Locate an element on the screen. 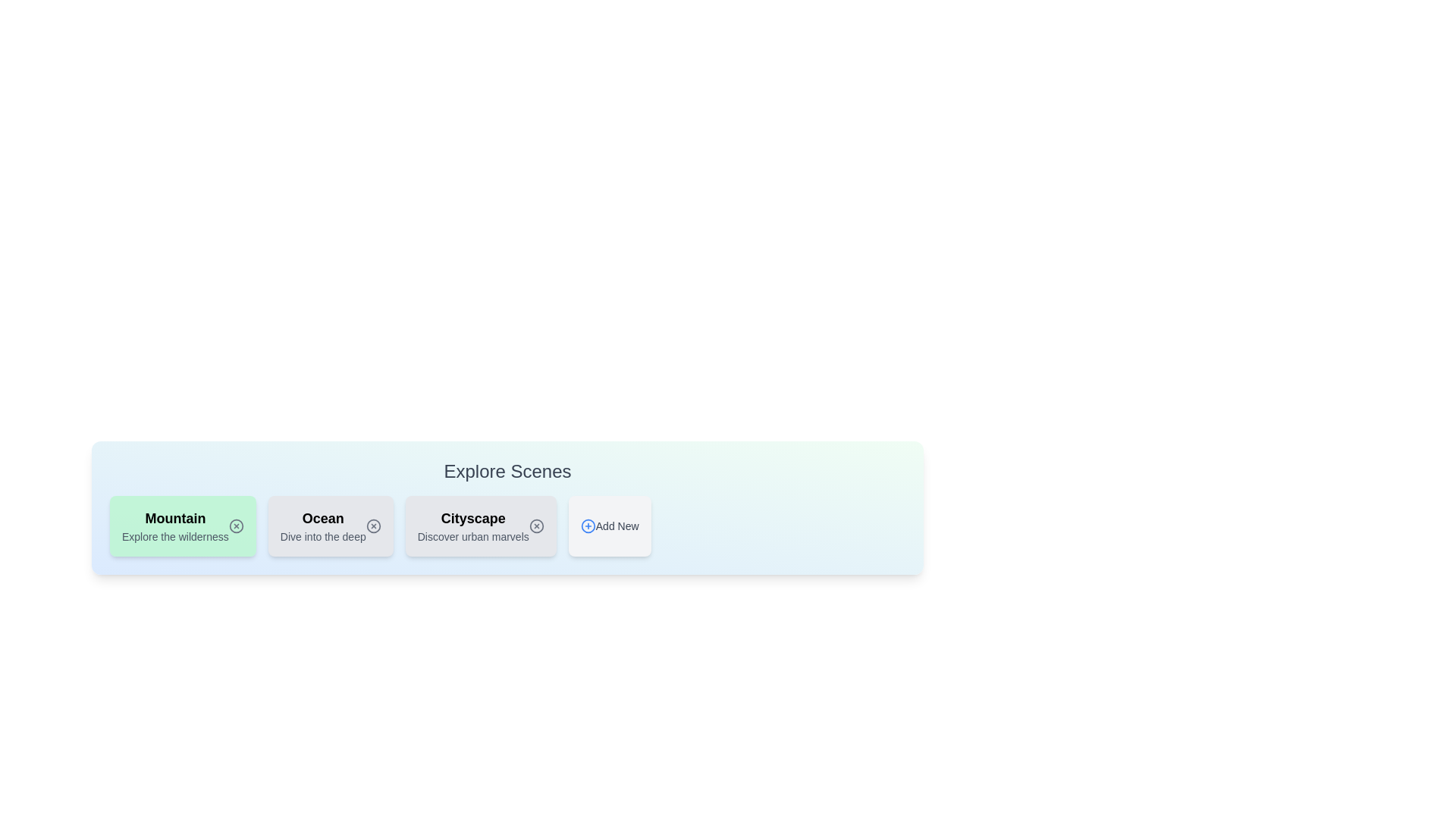 The height and width of the screenshot is (819, 1456). the close icon of the scene chip corresponding to Mountain is located at coordinates (235, 526).